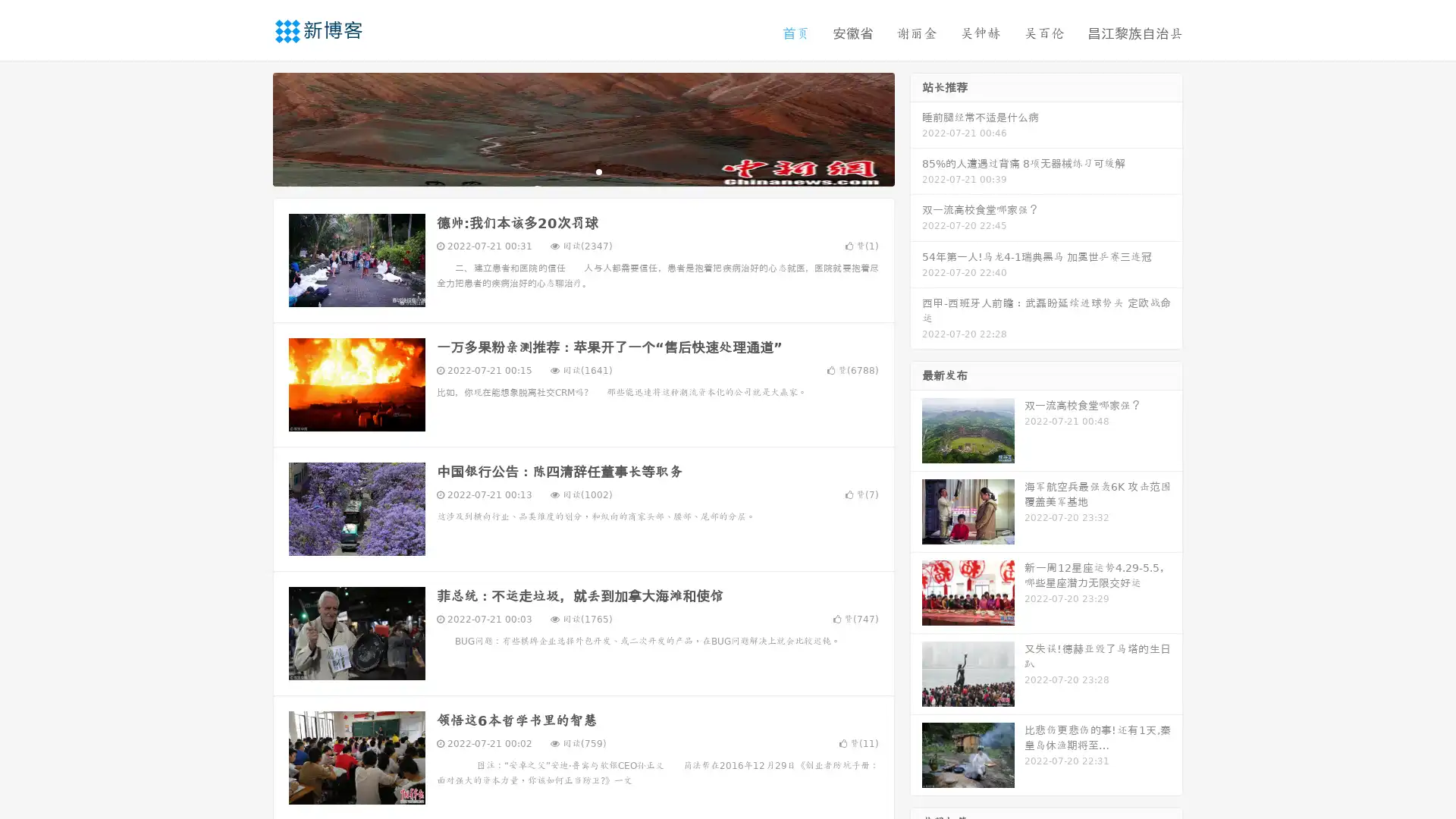 The image size is (1456, 819). What do you see at coordinates (567, 171) in the screenshot?
I see `Go to slide 1` at bounding box center [567, 171].